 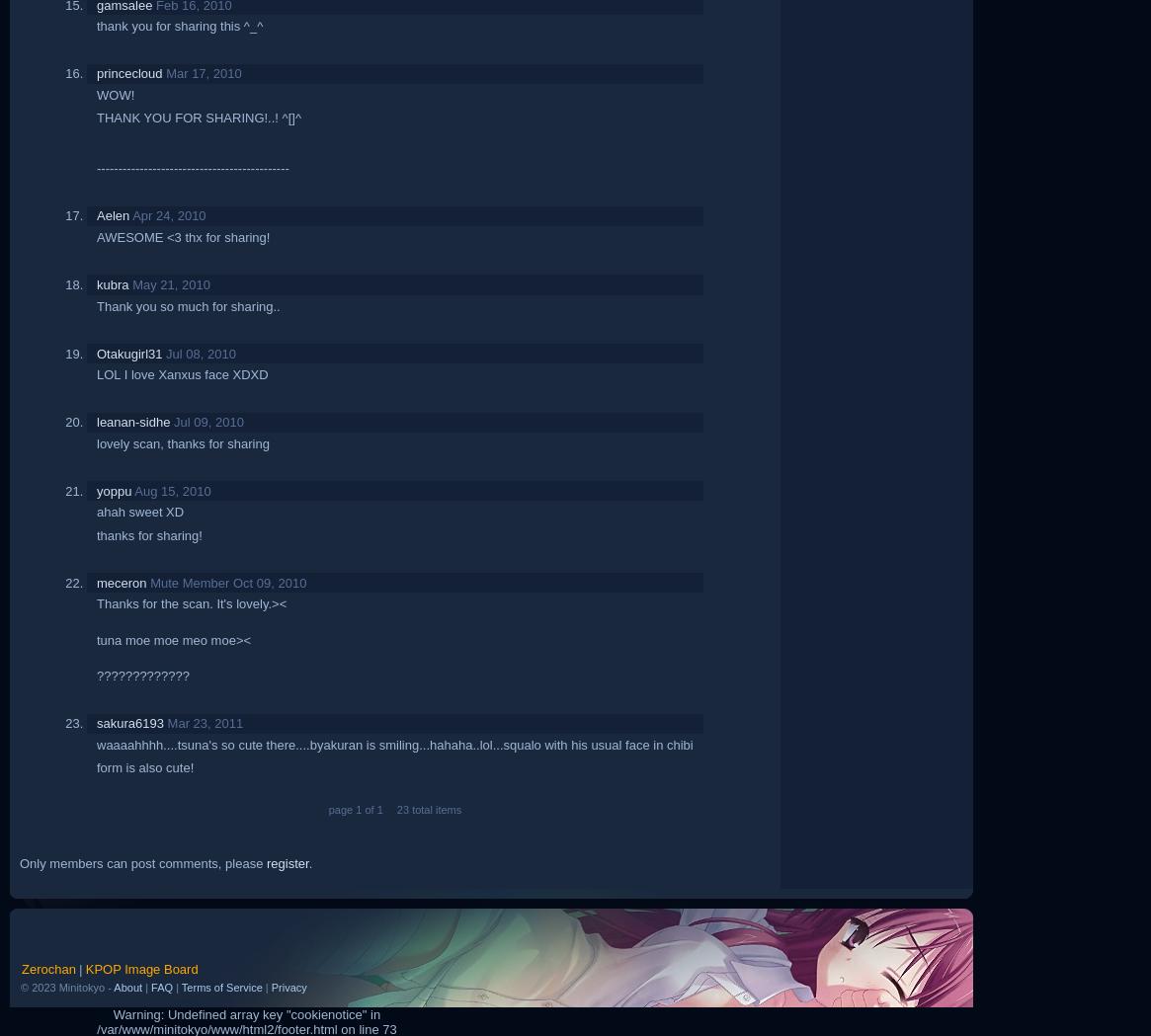 What do you see at coordinates (131, 284) in the screenshot?
I see `'May 21, 2010'` at bounding box center [131, 284].